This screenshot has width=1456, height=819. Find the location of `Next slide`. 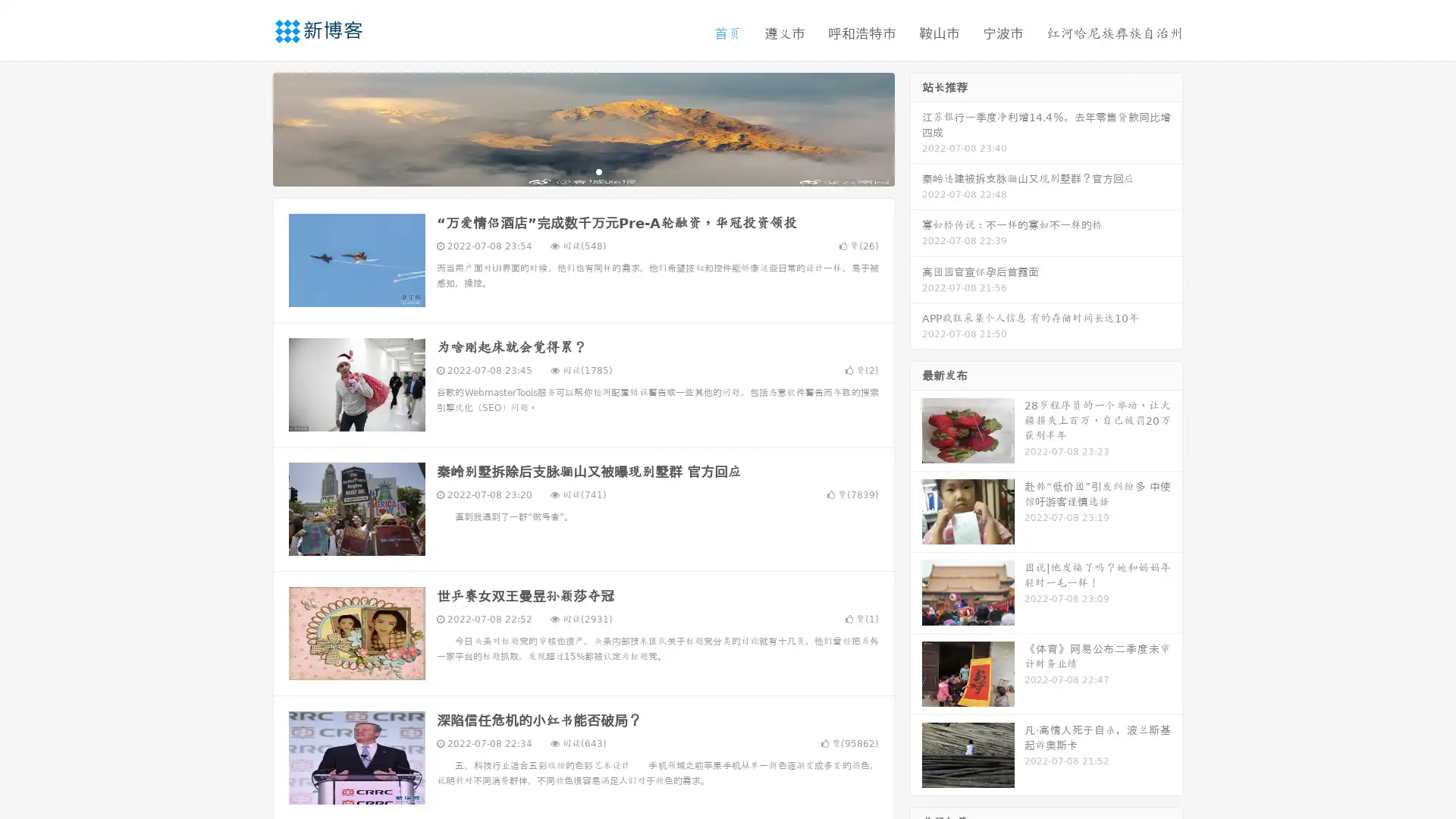

Next slide is located at coordinates (916, 127).